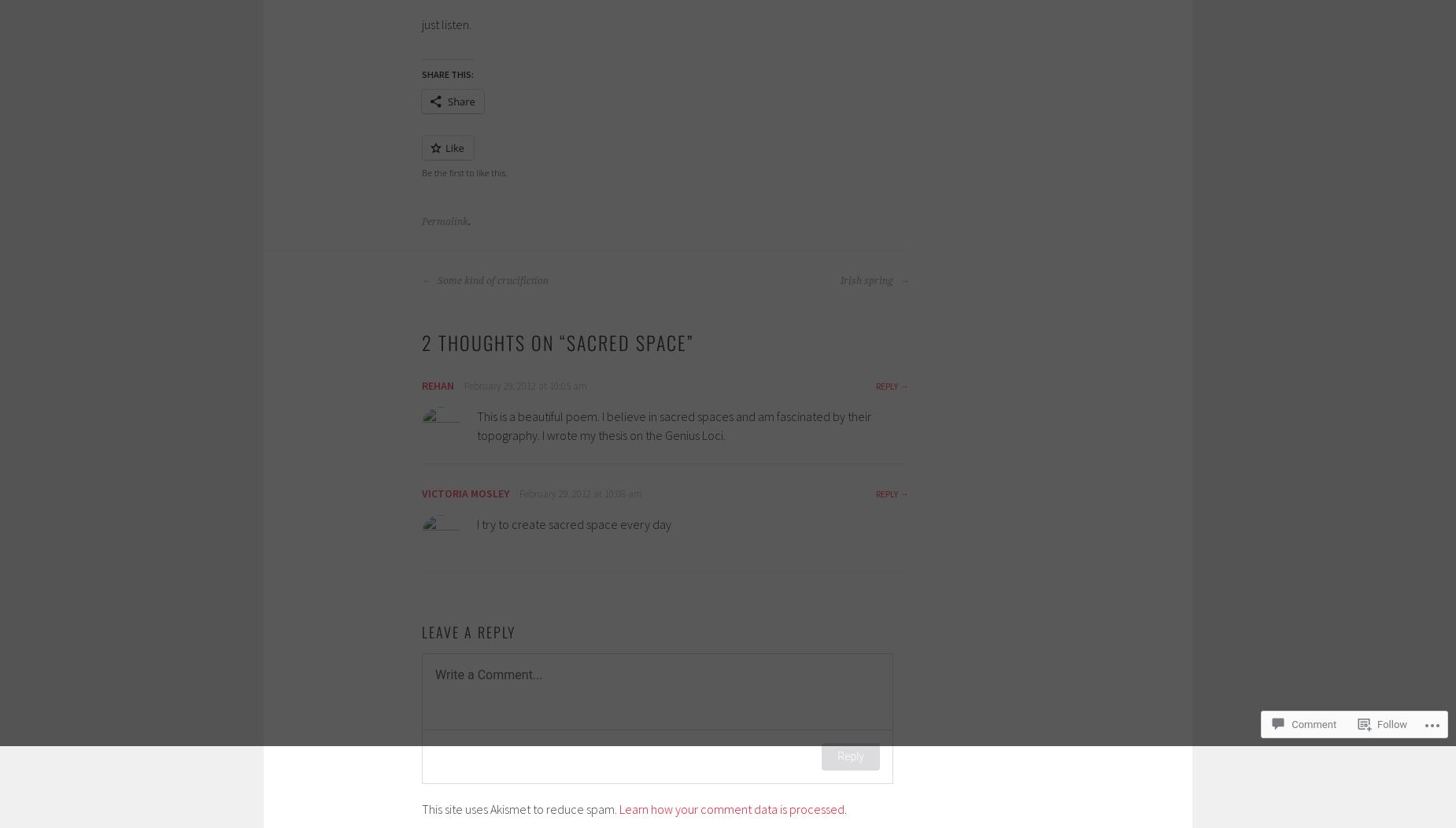  What do you see at coordinates (730, 808) in the screenshot?
I see `'Learn how your comment data is processed'` at bounding box center [730, 808].